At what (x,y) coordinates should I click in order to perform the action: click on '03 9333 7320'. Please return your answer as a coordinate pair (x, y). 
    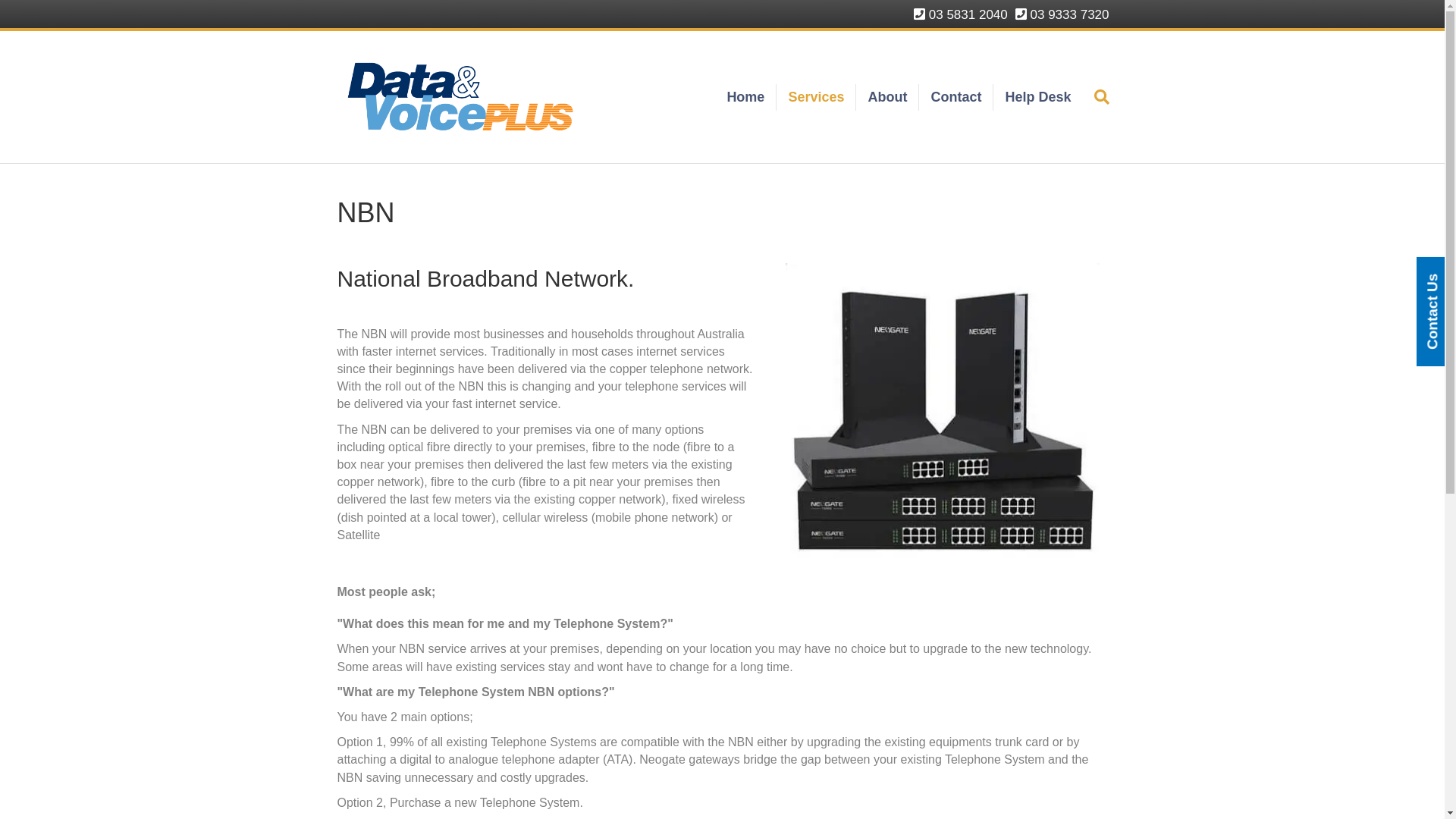
    Looking at the image, I should click on (1015, 14).